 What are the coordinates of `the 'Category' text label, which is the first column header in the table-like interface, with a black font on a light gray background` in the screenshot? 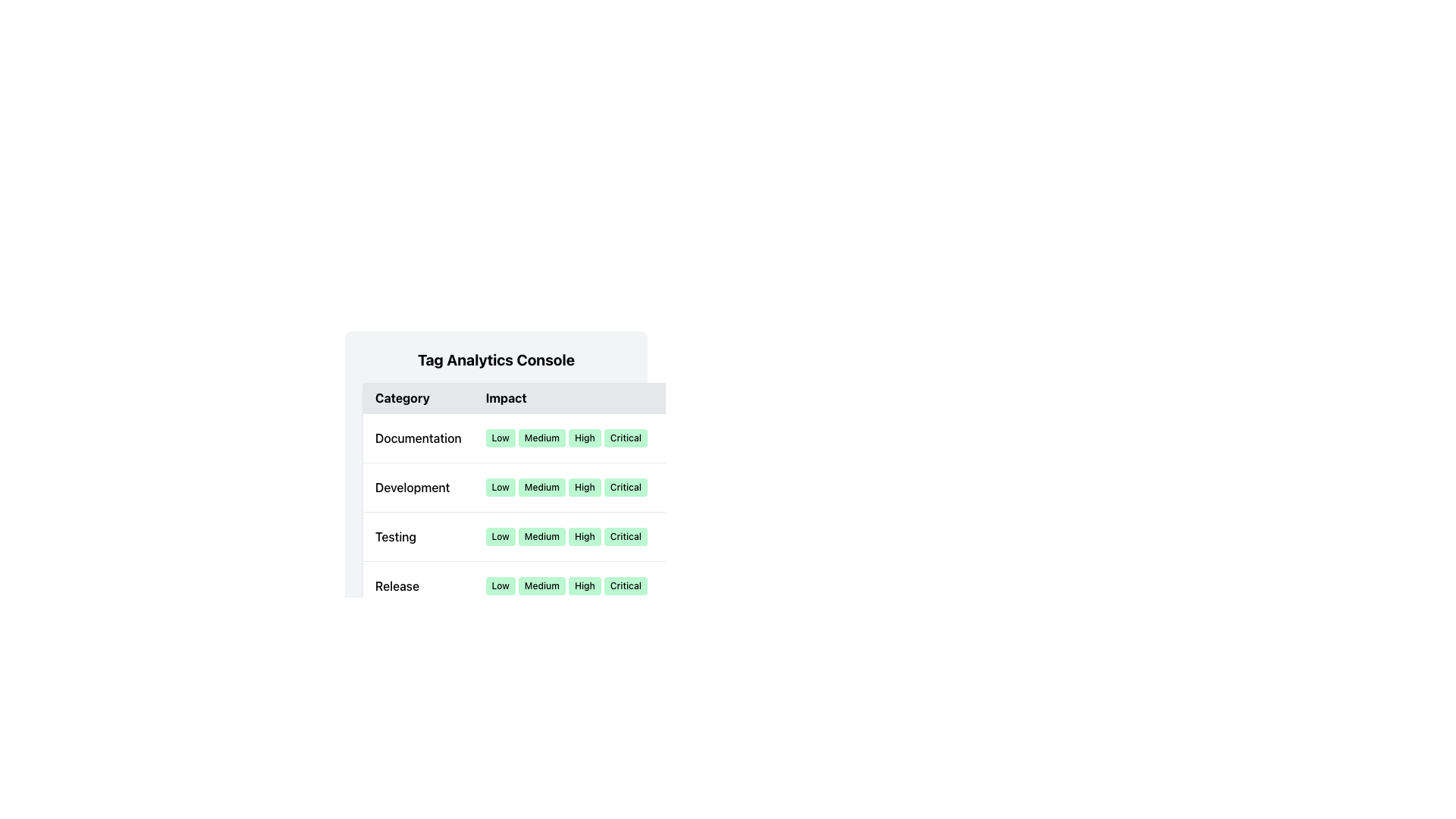 It's located at (418, 397).